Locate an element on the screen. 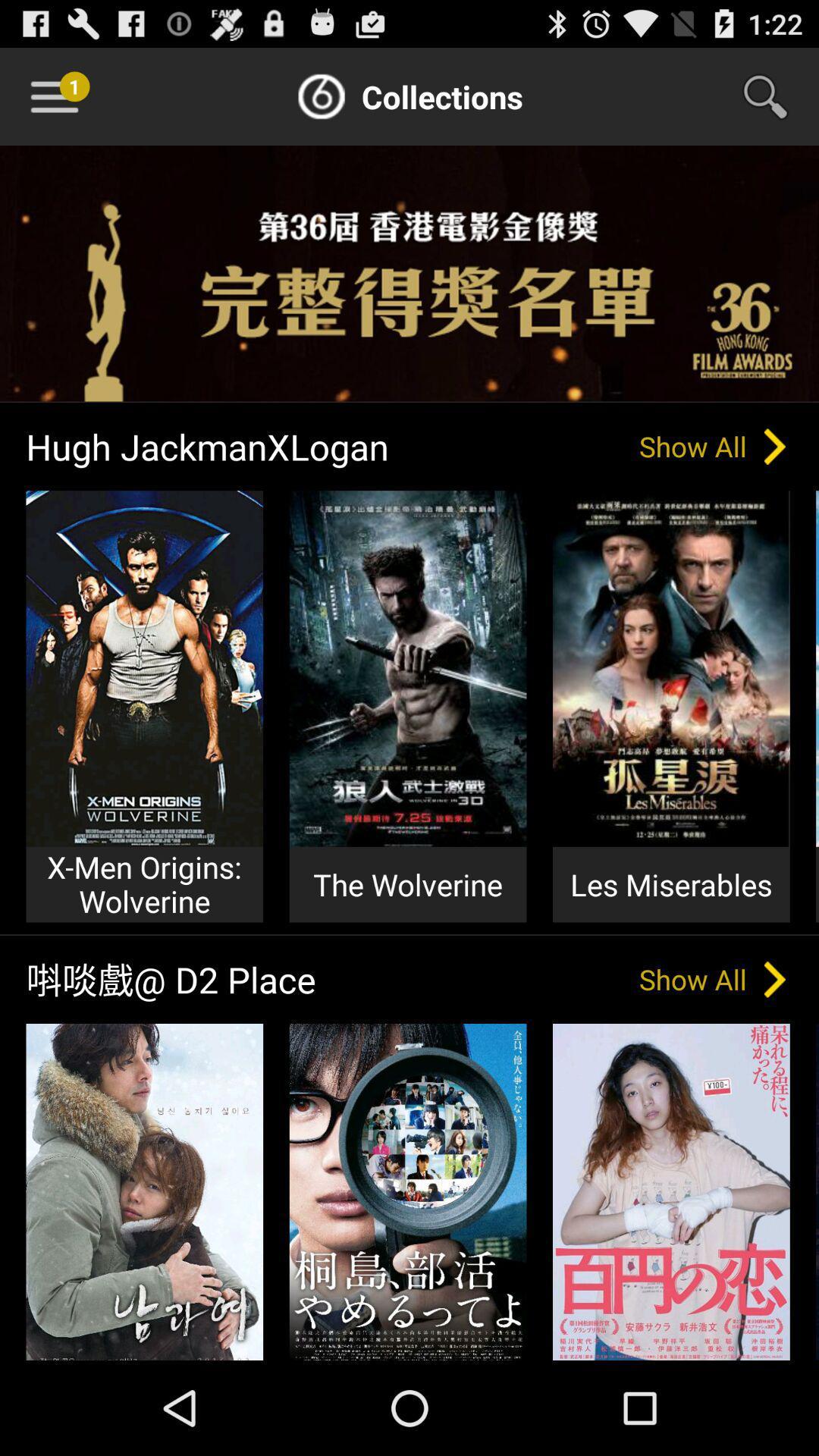 This screenshot has width=819, height=1456. the button right to first text of show all is located at coordinates (775, 446).